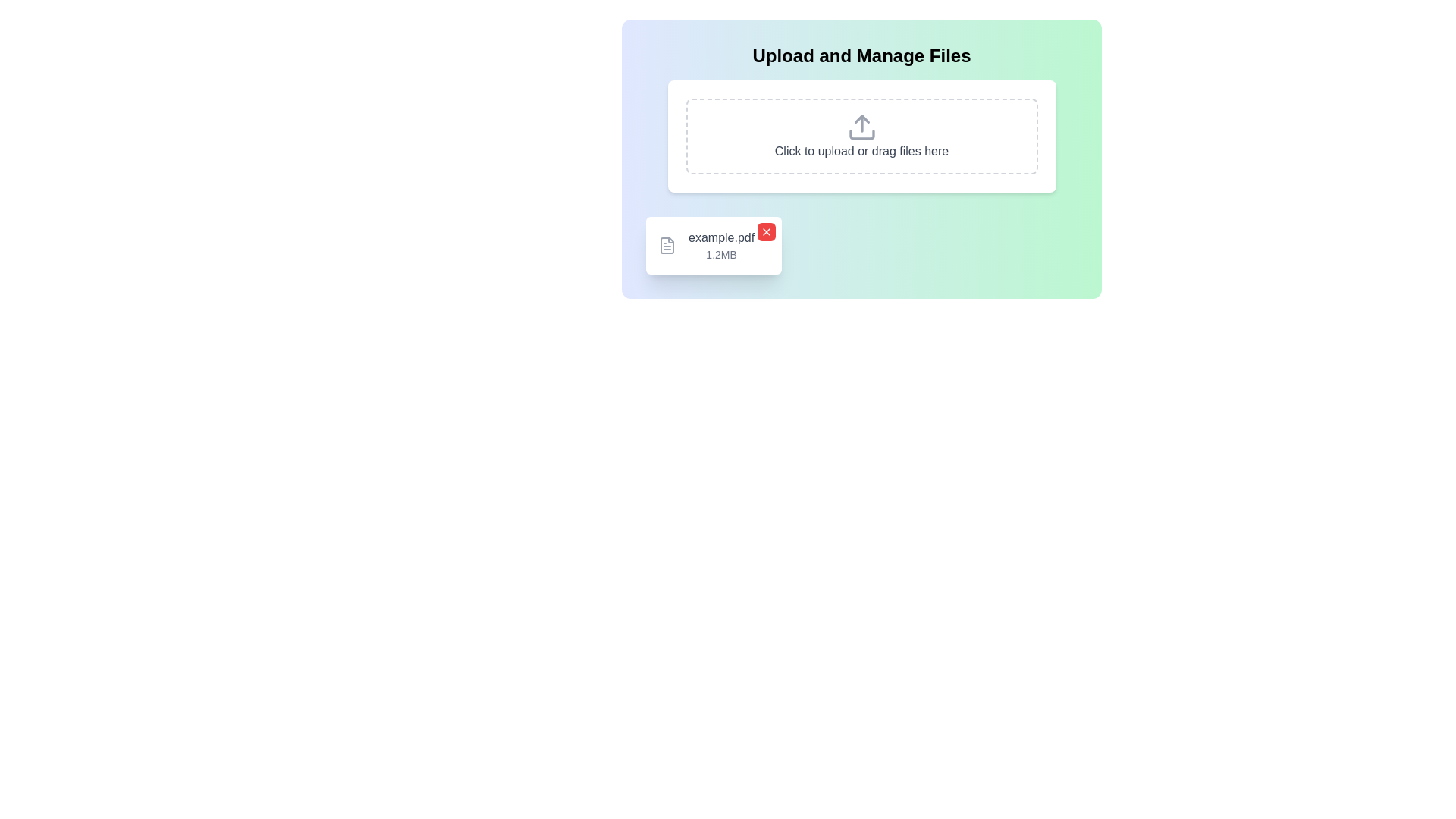  Describe the element at coordinates (720, 245) in the screenshot. I see `the static text display showing the name and size of the uploaded file, located beneath the file icon within the 'Upload and Manage Files' section` at that location.